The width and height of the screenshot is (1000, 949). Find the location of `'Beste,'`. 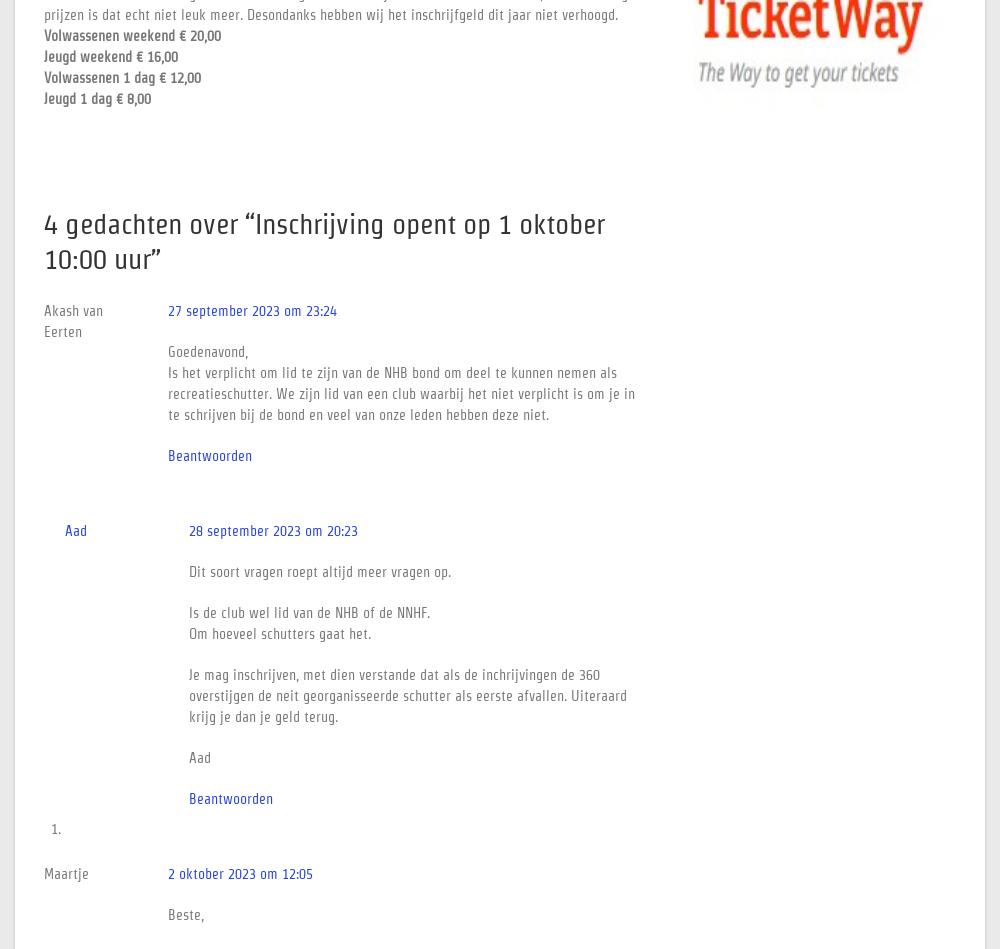

'Beste,' is located at coordinates (186, 914).